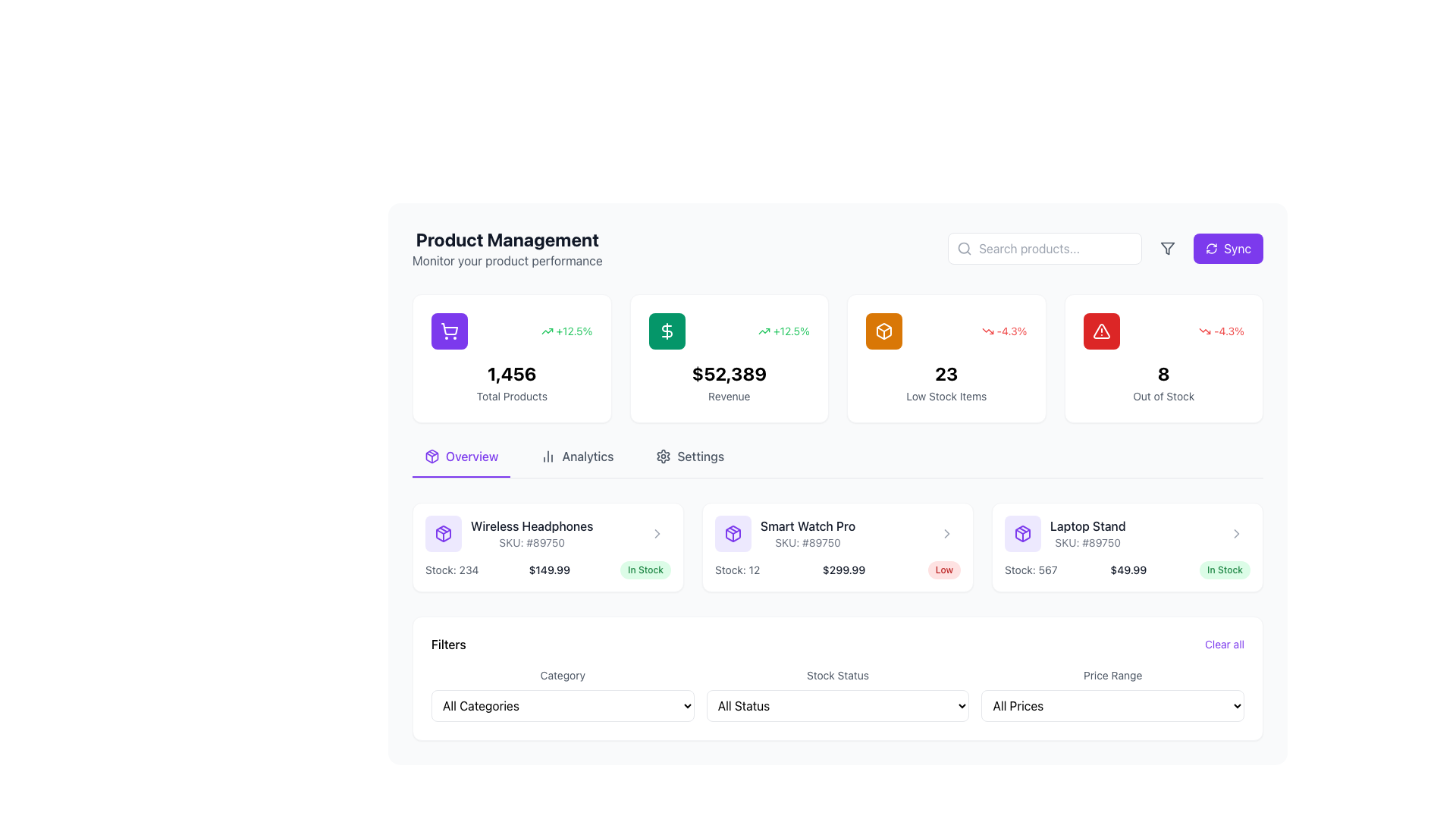  What do you see at coordinates (449, 330) in the screenshot?
I see `the shopping cart icon outlined in white strokes against a violet background` at bounding box center [449, 330].